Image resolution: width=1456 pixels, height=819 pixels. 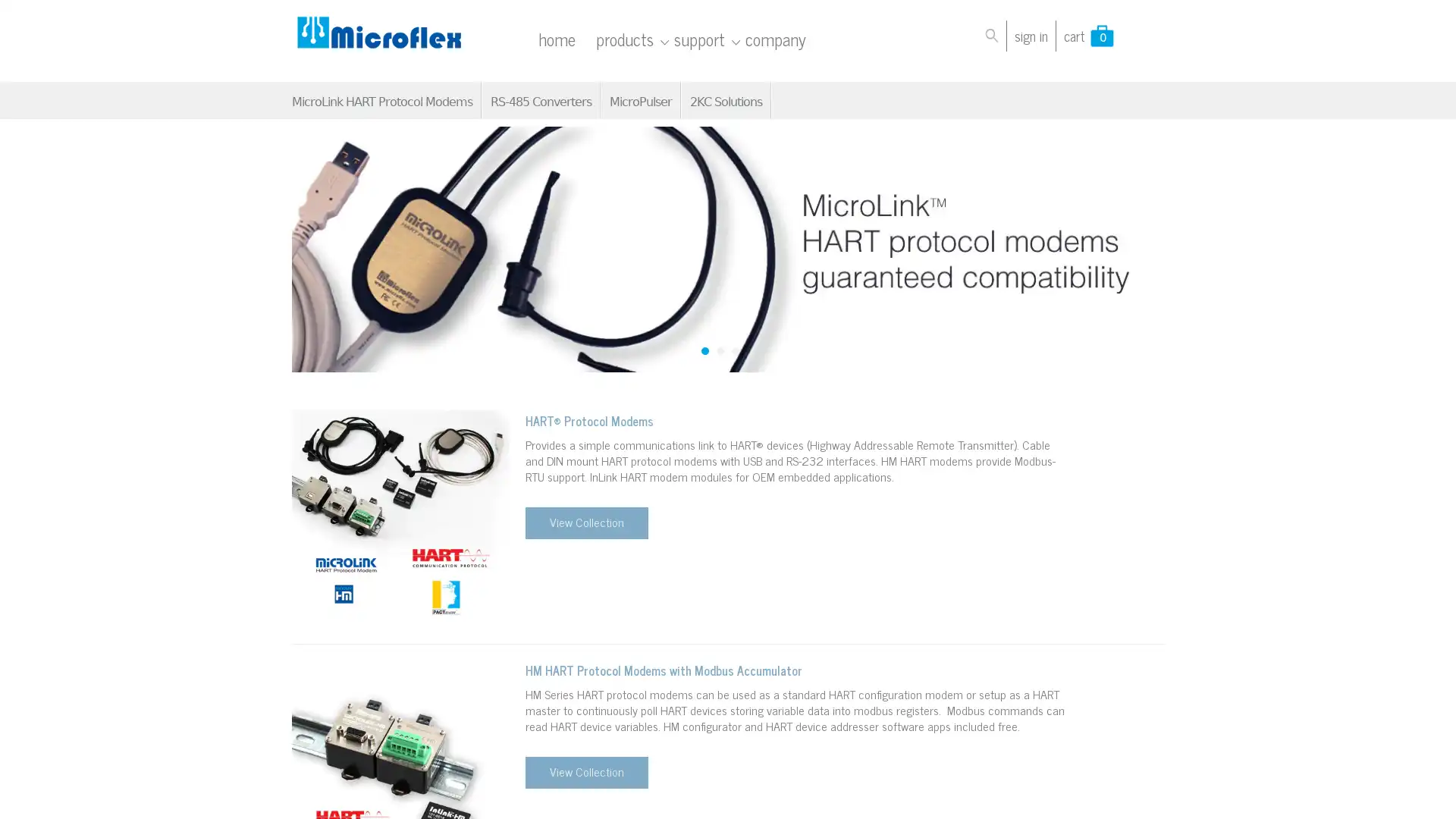 What do you see at coordinates (585, 772) in the screenshot?
I see `View Collection` at bounding box center [585, 772].